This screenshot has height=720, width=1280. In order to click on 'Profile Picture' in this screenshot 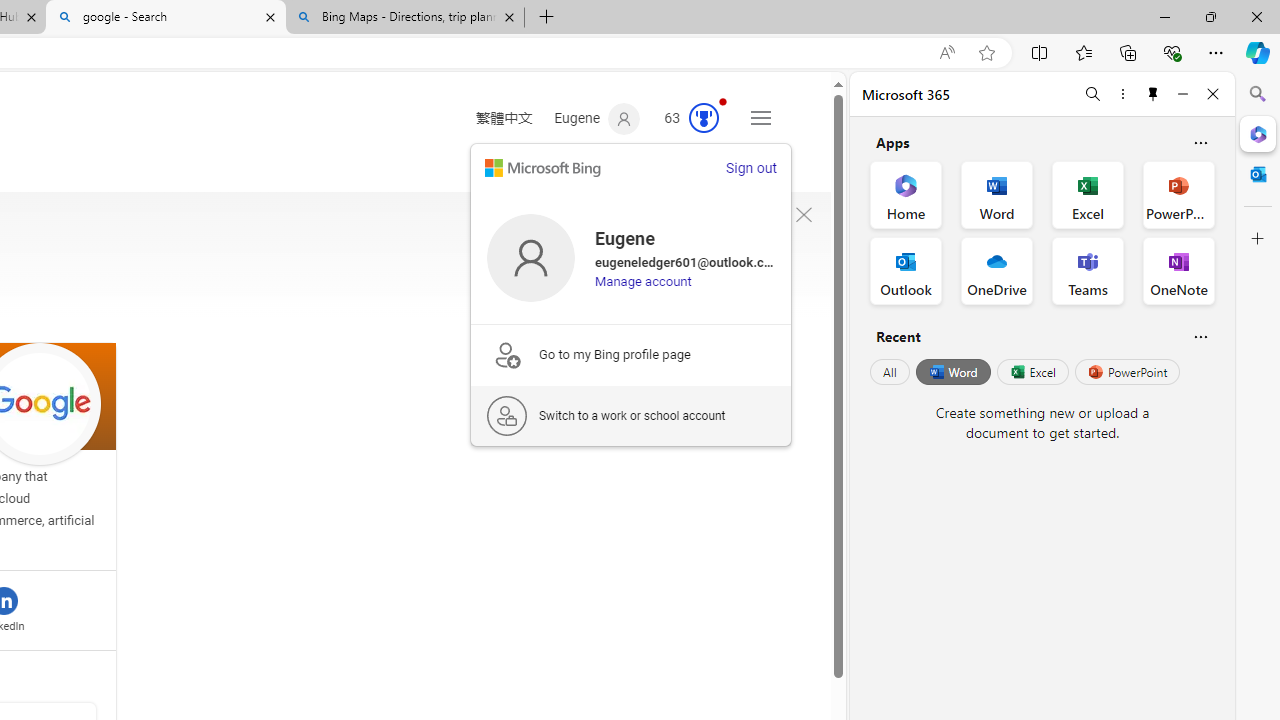, I will do `click(530, 256)`.